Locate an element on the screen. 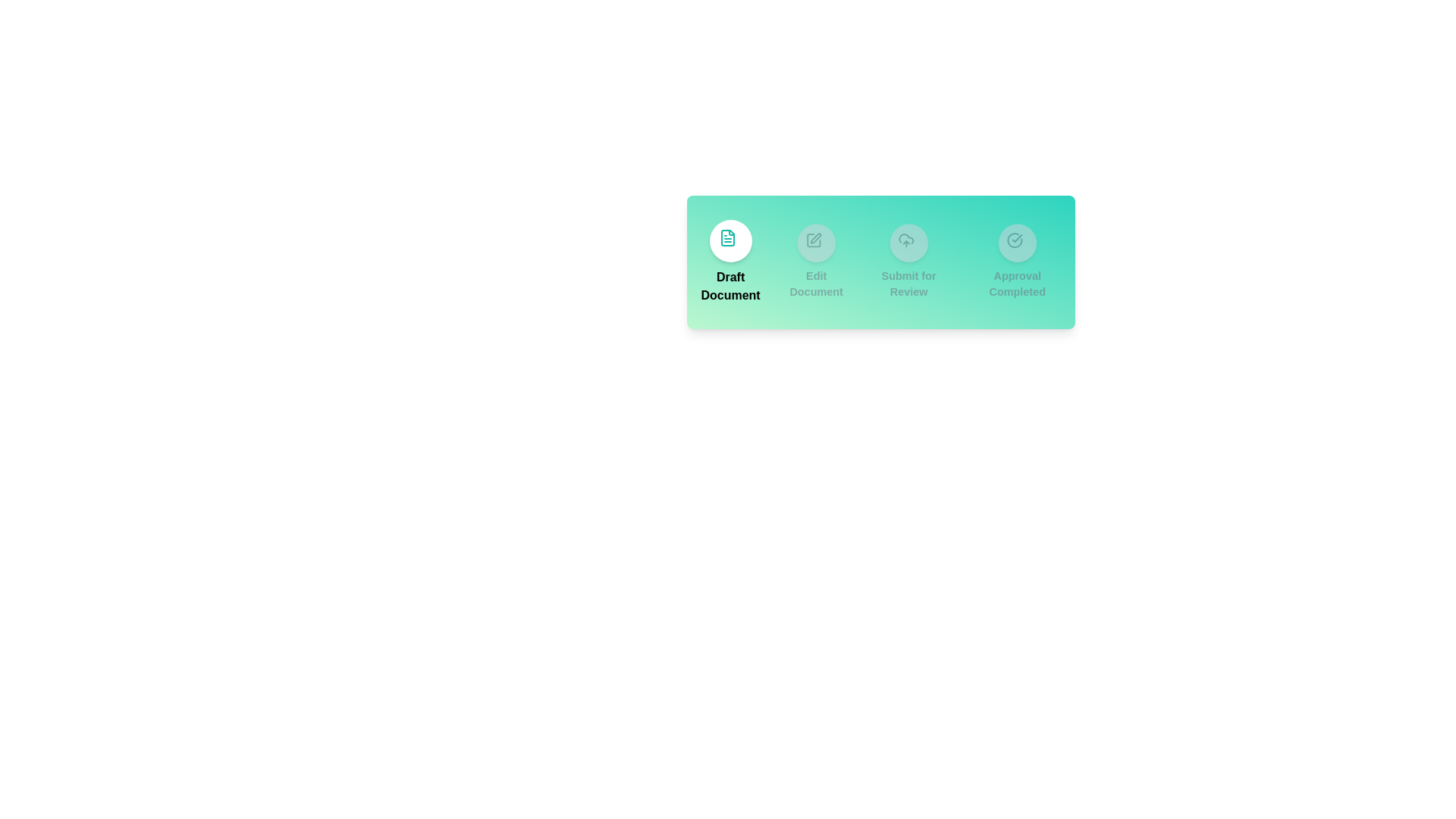  the step corresponding to Submit for Review is located at coordinates (908, 262).